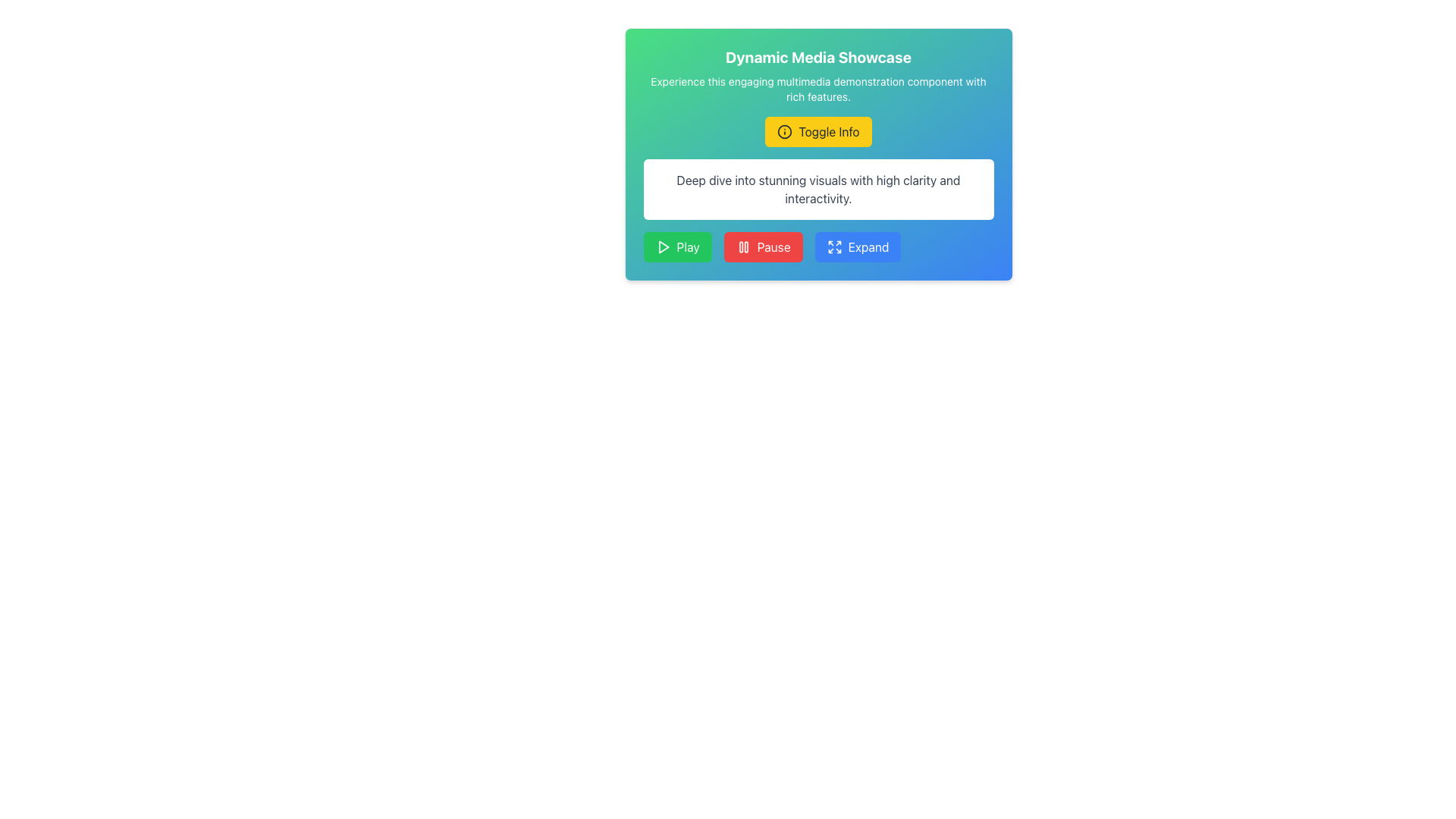 The height and width of the screenshot is (819, 1456). Describe the element at coordinates (817, 130) in the screenshot. I see `the prominent yellow 'Toggle Info' button, which features a circular 'i' icon and is located below the 'Dynamic Media Showcase' header` at that location.